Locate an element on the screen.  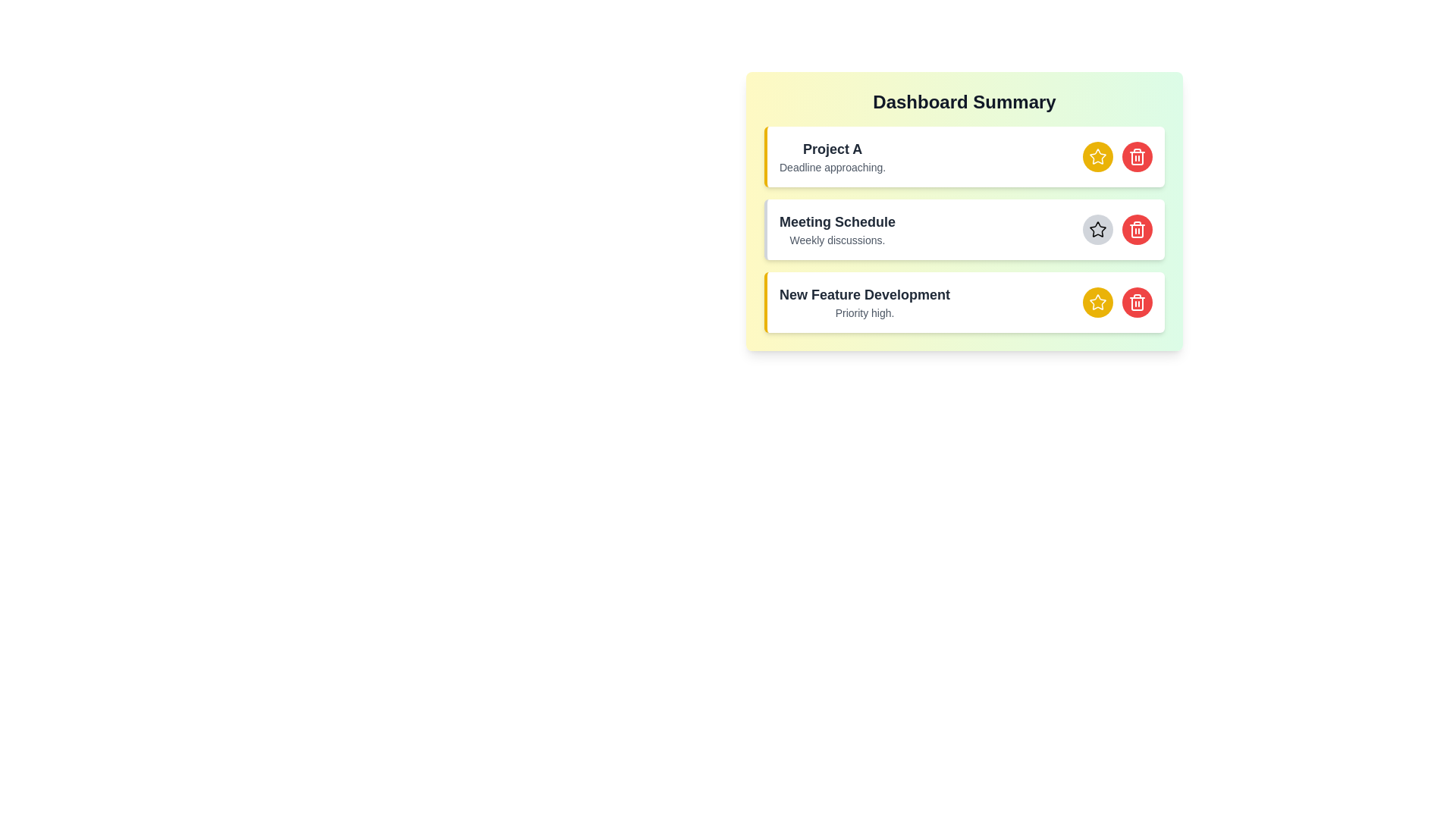
delete button for the item with title New Feature Development is located at coordinates (1137, 302).